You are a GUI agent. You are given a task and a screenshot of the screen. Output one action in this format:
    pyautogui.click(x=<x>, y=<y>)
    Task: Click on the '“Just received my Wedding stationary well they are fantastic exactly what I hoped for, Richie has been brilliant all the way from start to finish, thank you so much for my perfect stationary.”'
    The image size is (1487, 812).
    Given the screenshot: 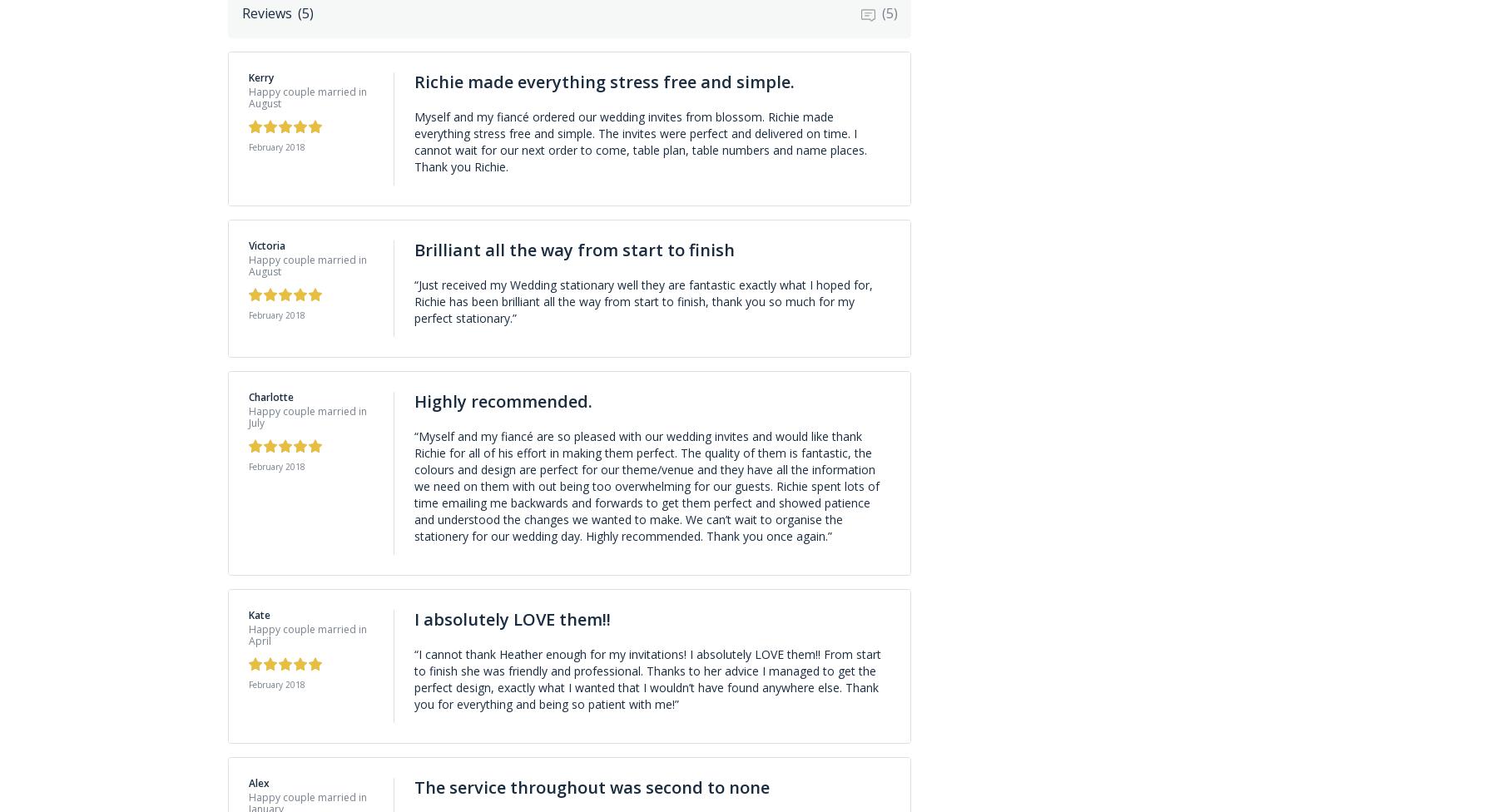 What is the action you would take?
    pyautogui.click(x=413, y=300)
    